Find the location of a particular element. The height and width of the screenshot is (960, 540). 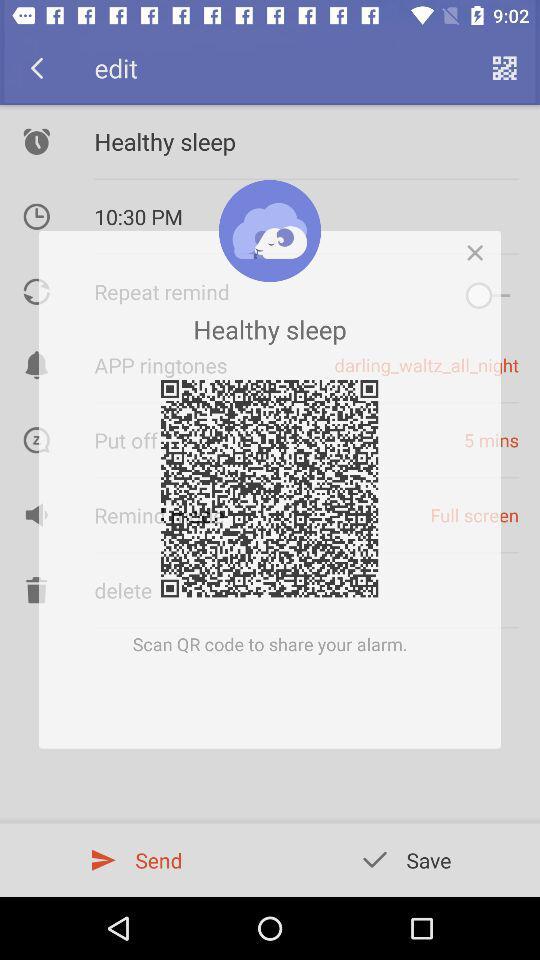

item above scan qr code is located at coordinates (479, 246).